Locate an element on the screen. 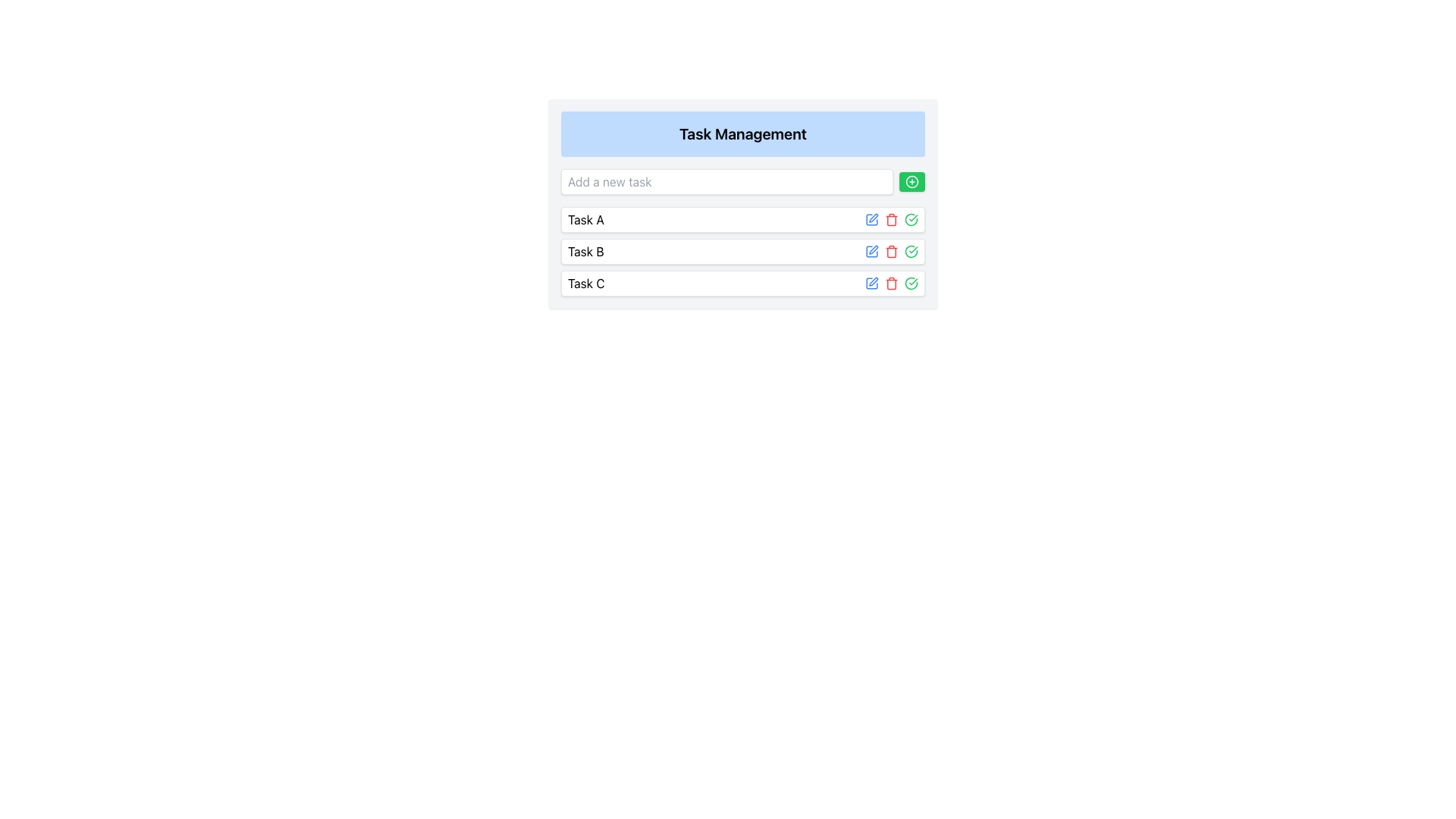  the delete button for 'Task A' is located at coordinates (892, 284).